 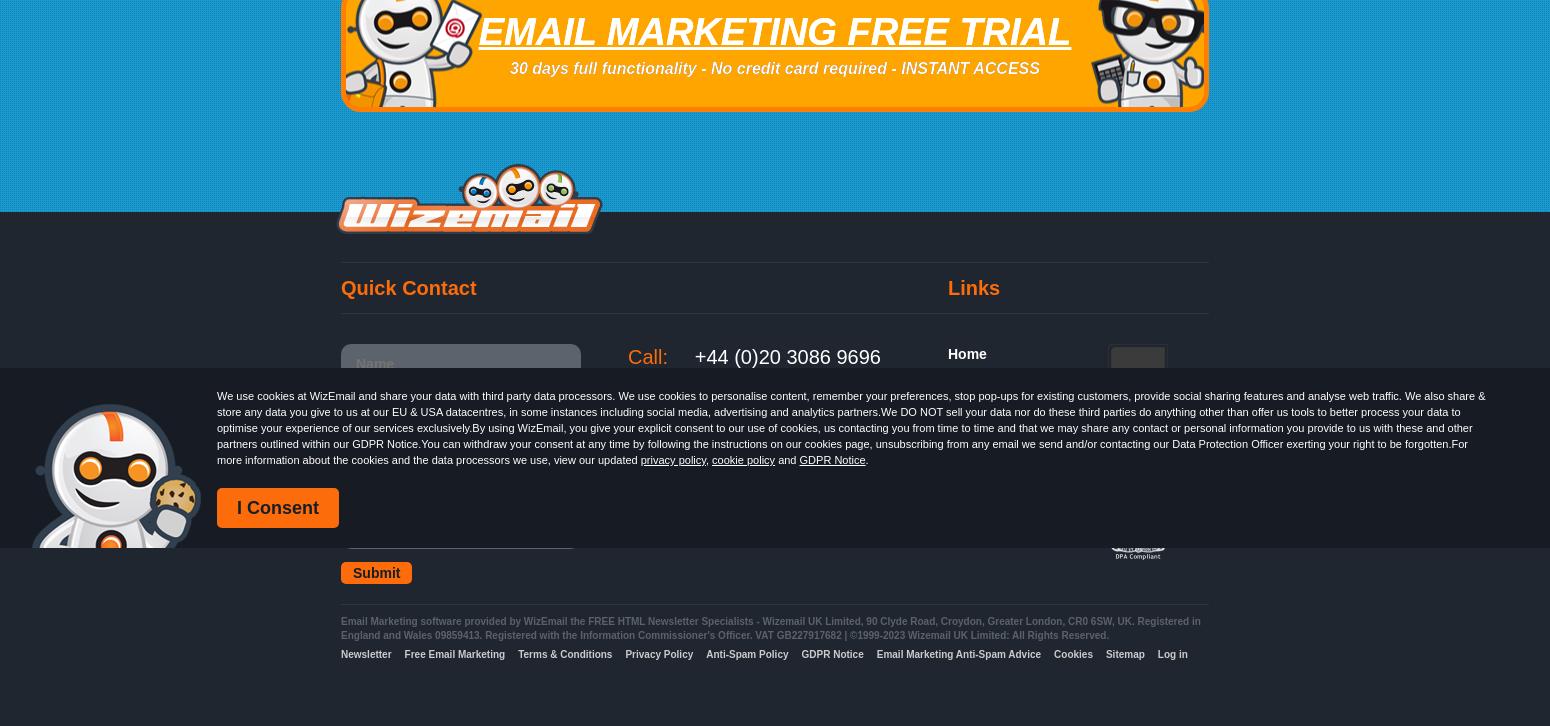 What do you see at coordinates (1171, 653) in the screenshot?
I see `'Log in'` at bounding box center [1171, 653].